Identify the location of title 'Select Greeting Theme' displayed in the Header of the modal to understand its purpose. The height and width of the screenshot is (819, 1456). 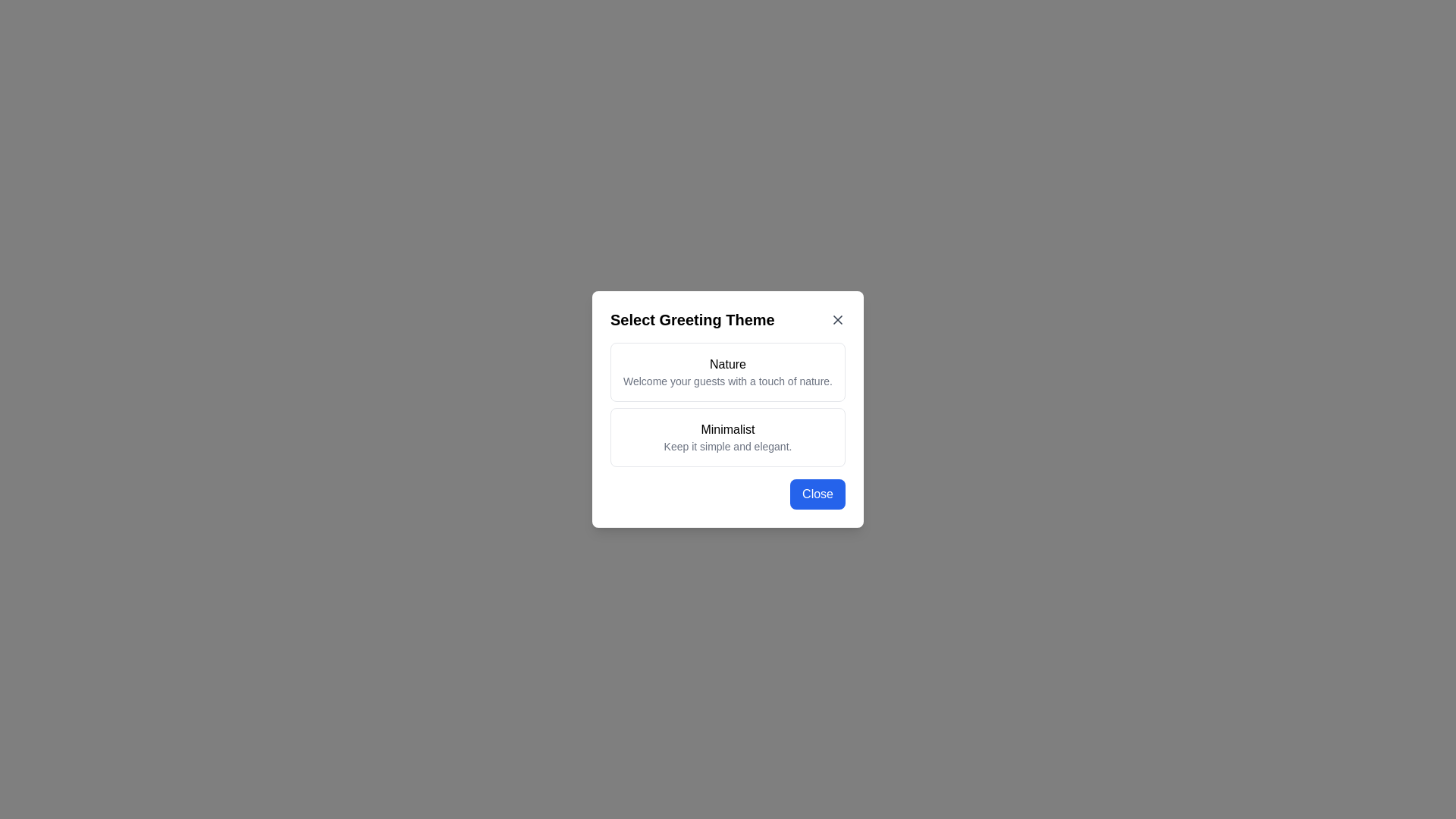
(728, 318).